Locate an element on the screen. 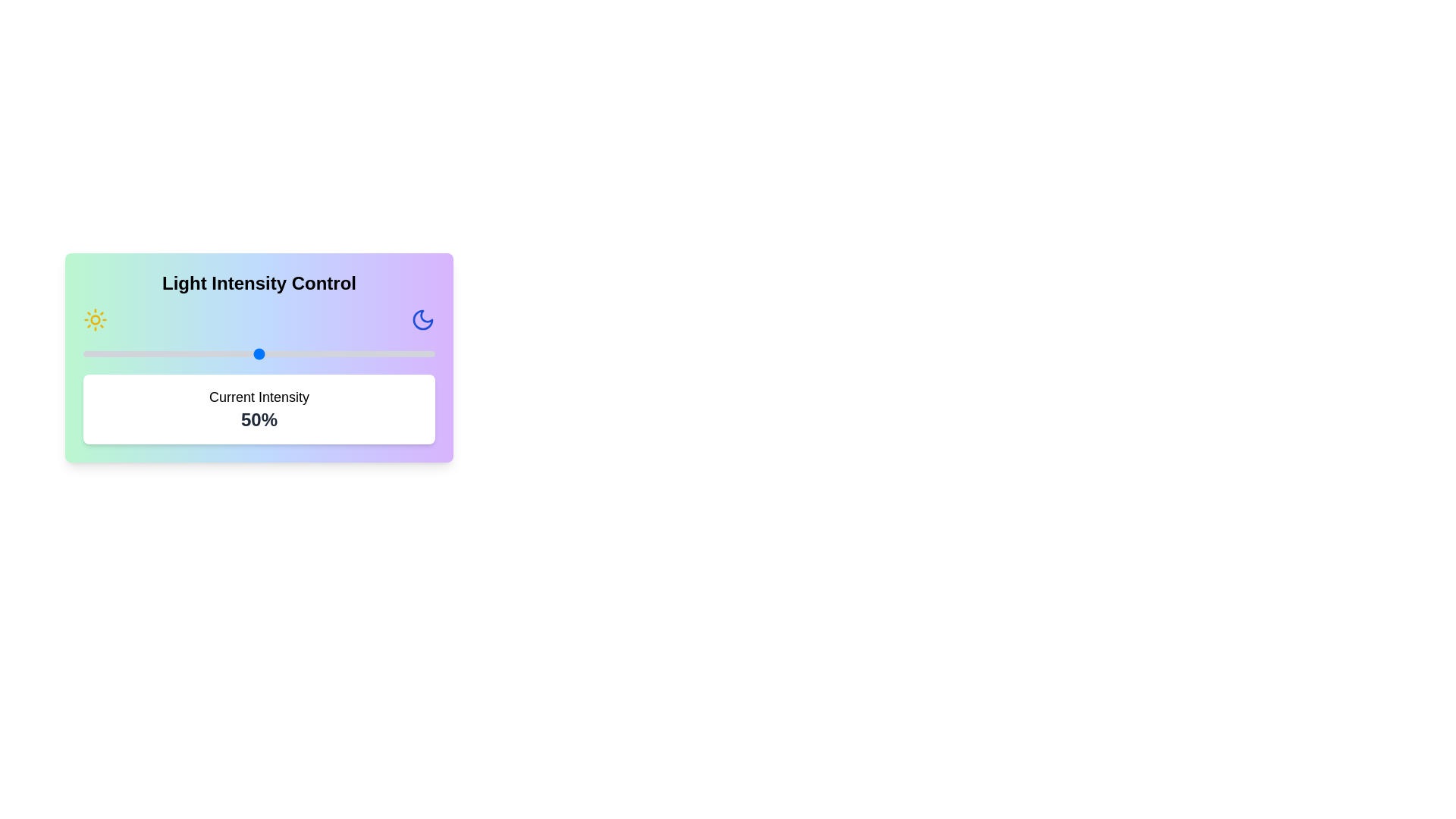 Image resolution: width=1456 pixels, height=819 pixels. the light intensity is located at coordinates (414, 353).